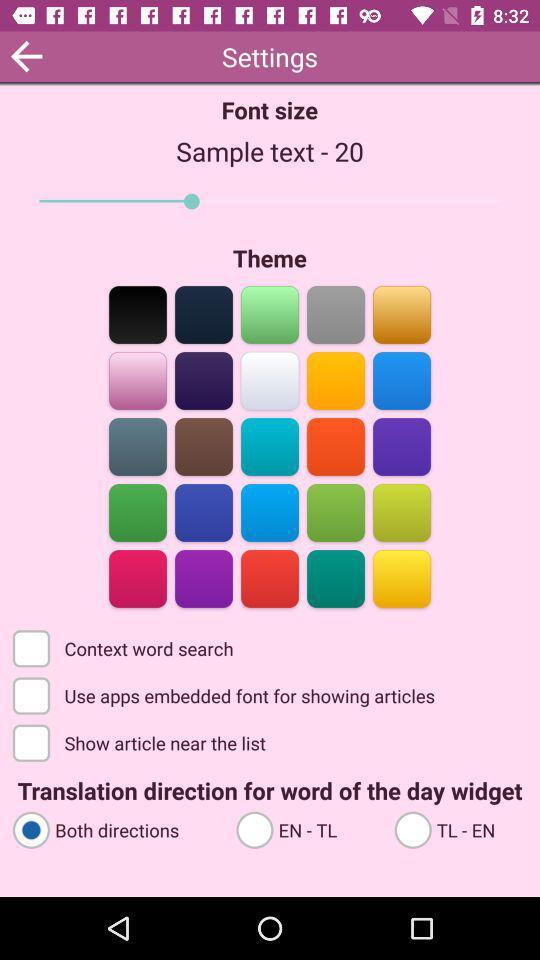 The width and height of the screenshot is (540, 960). Describe the element at coordinates (270, 577) in the screenshot. I see `theme option` at that location.